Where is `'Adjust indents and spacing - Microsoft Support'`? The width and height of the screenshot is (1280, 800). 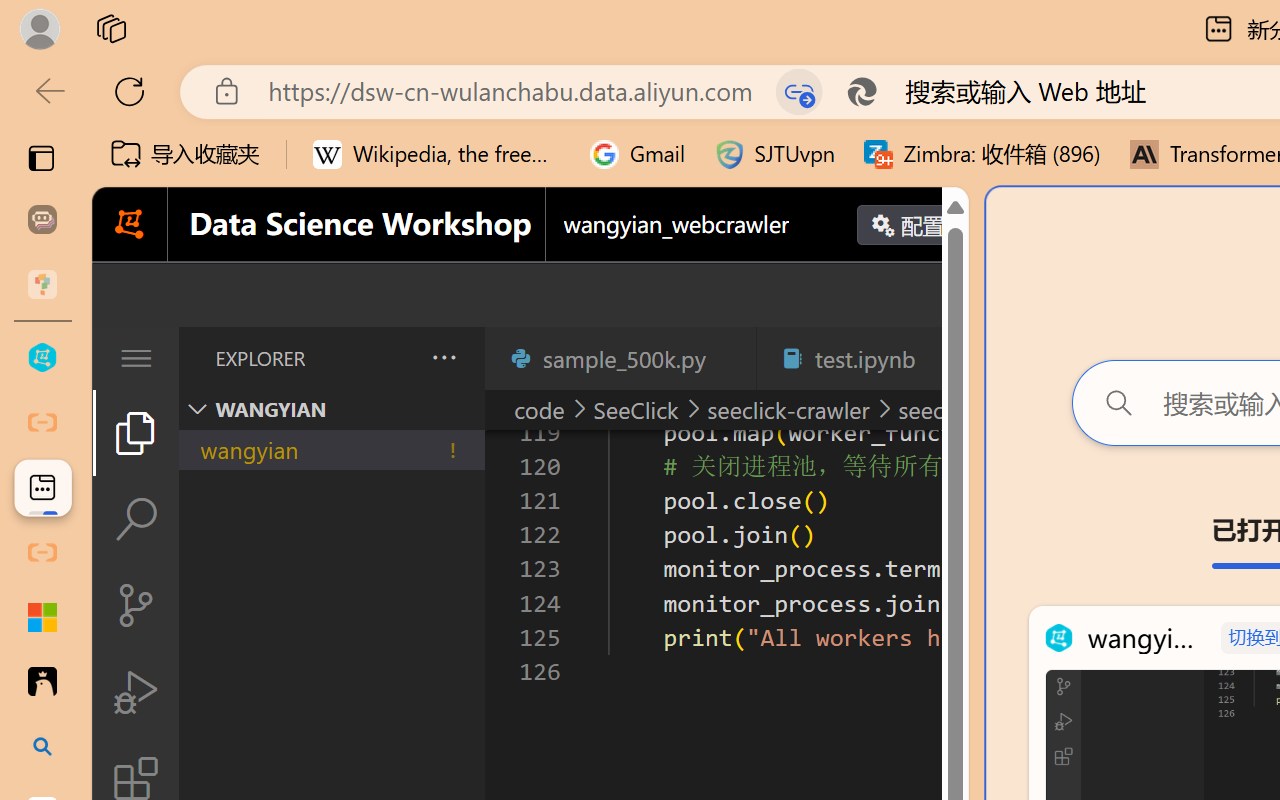 'Adjust indents and spacing - Microsoft Support' is located at coordinates (42, 617).